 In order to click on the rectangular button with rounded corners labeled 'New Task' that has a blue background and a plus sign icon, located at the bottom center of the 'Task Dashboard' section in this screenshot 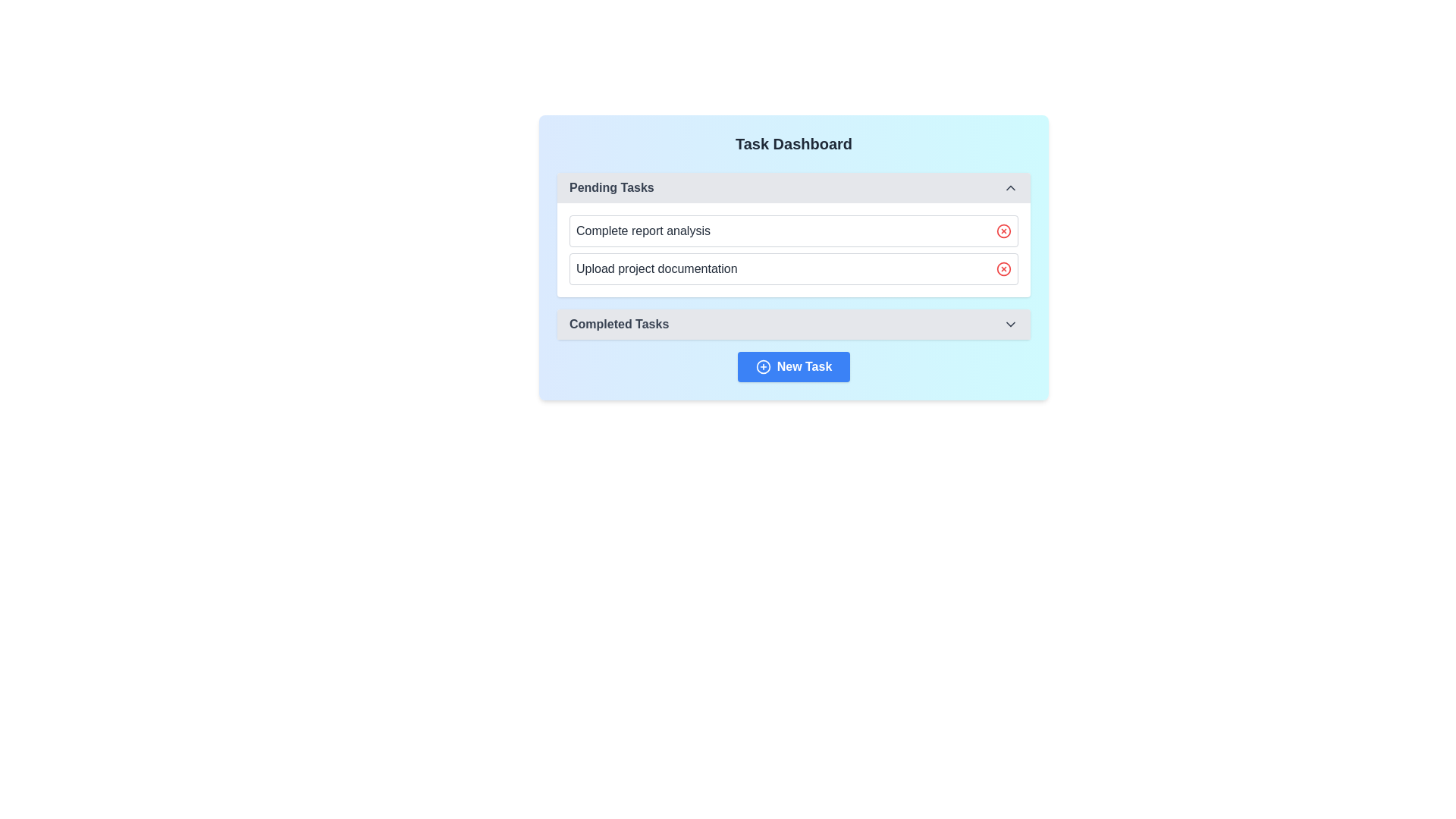, I will do `click(792, 366)`.